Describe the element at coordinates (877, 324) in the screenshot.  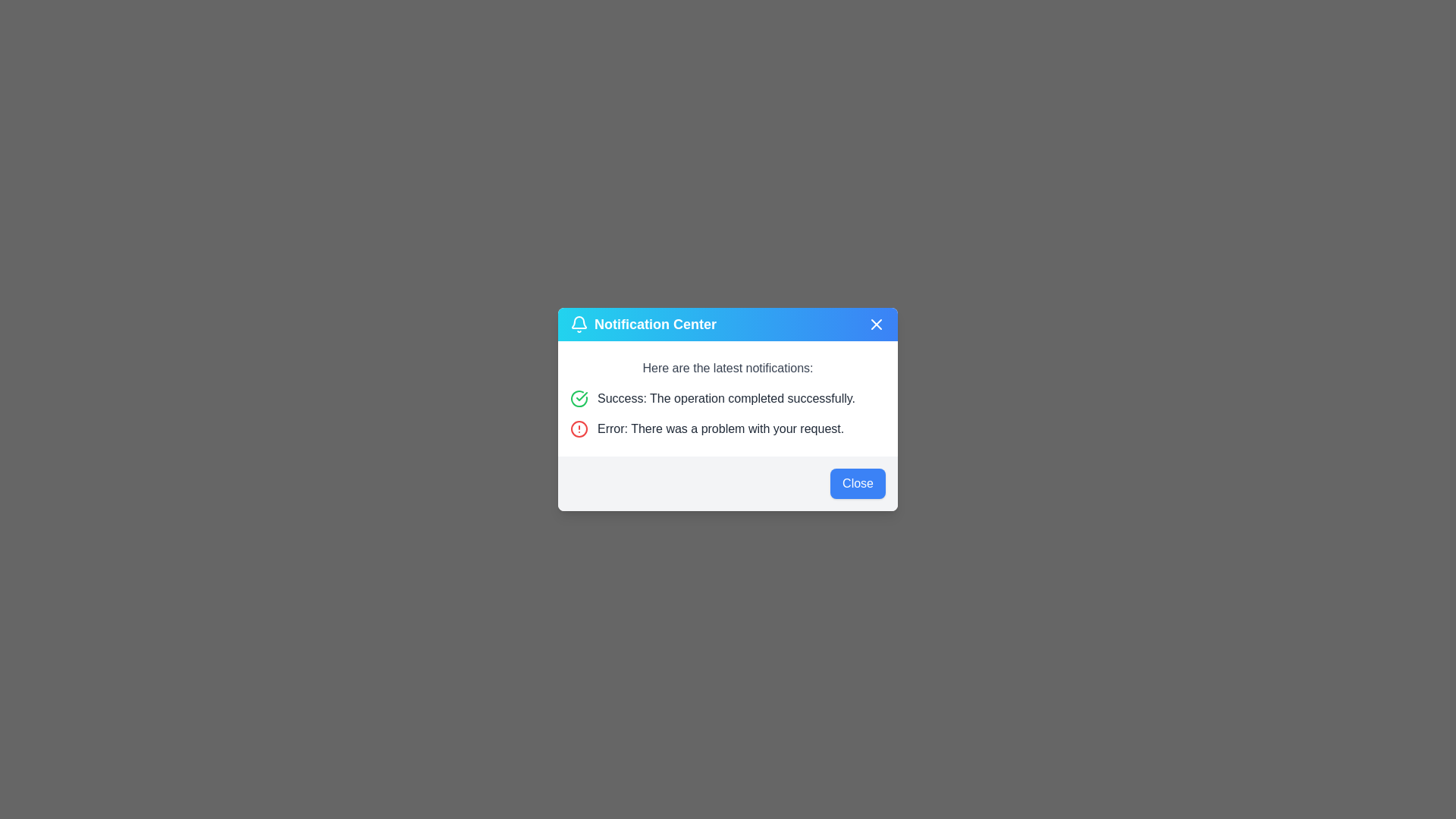
I see `the close icon button located in the upper-right corner of the 'Notification Center' modal` at that location.